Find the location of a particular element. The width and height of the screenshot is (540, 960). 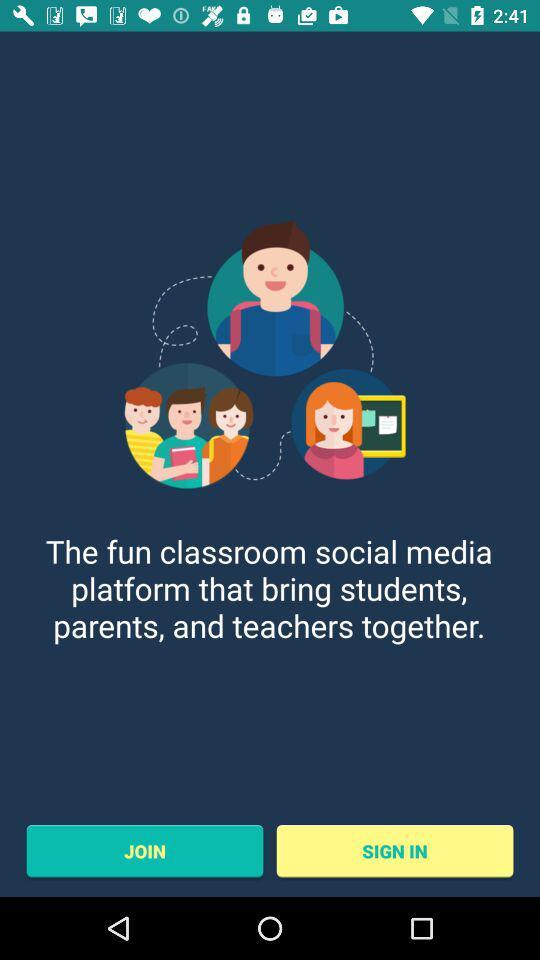

the join item is located at coordinates (143, 850).